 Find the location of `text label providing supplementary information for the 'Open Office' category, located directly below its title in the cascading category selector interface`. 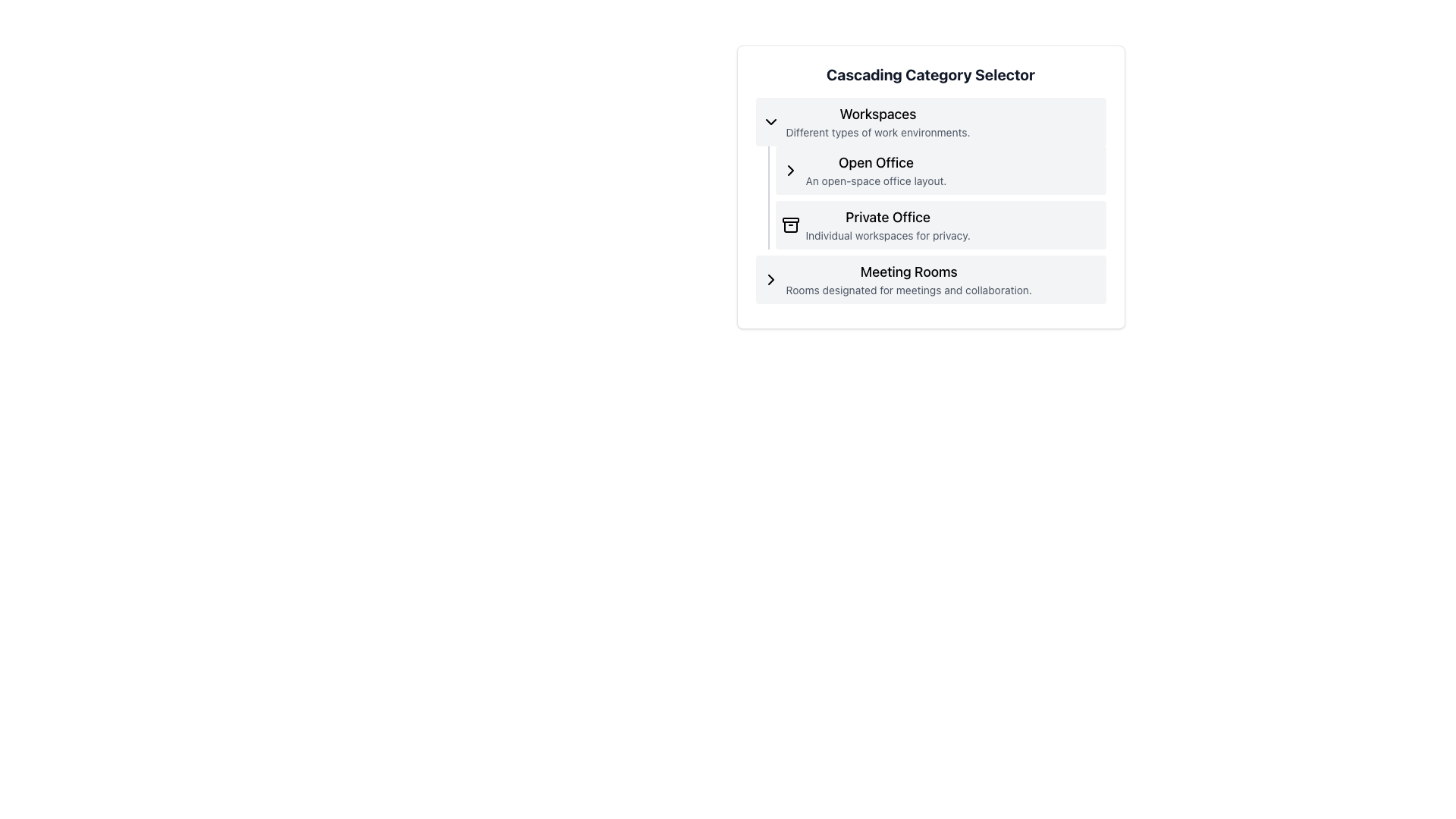

text label providing supplementary information for the 'Open Office' category, located directly below its title in the cascading category selector interface is located at coordinates (876, 180).